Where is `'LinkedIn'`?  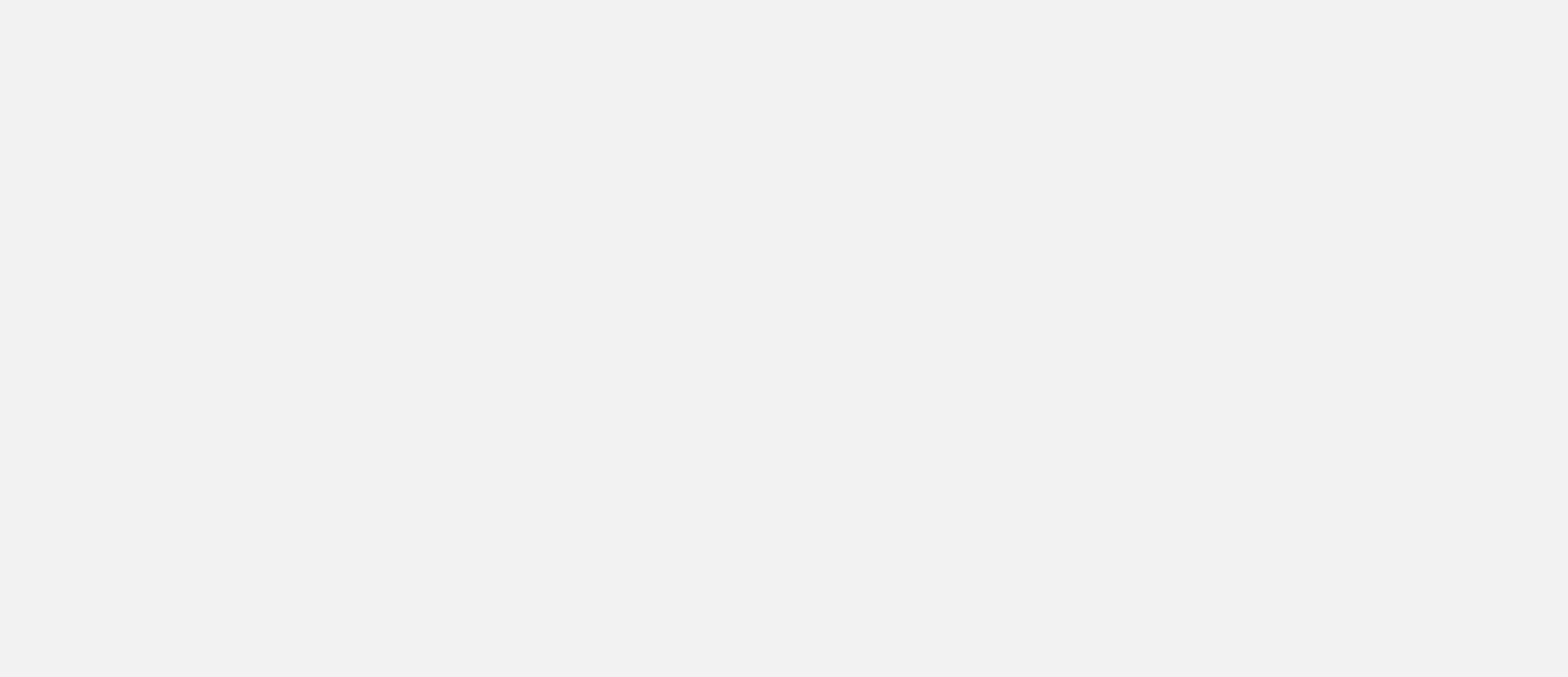
'LinkedIn' is located at coordinates (1153, 133).